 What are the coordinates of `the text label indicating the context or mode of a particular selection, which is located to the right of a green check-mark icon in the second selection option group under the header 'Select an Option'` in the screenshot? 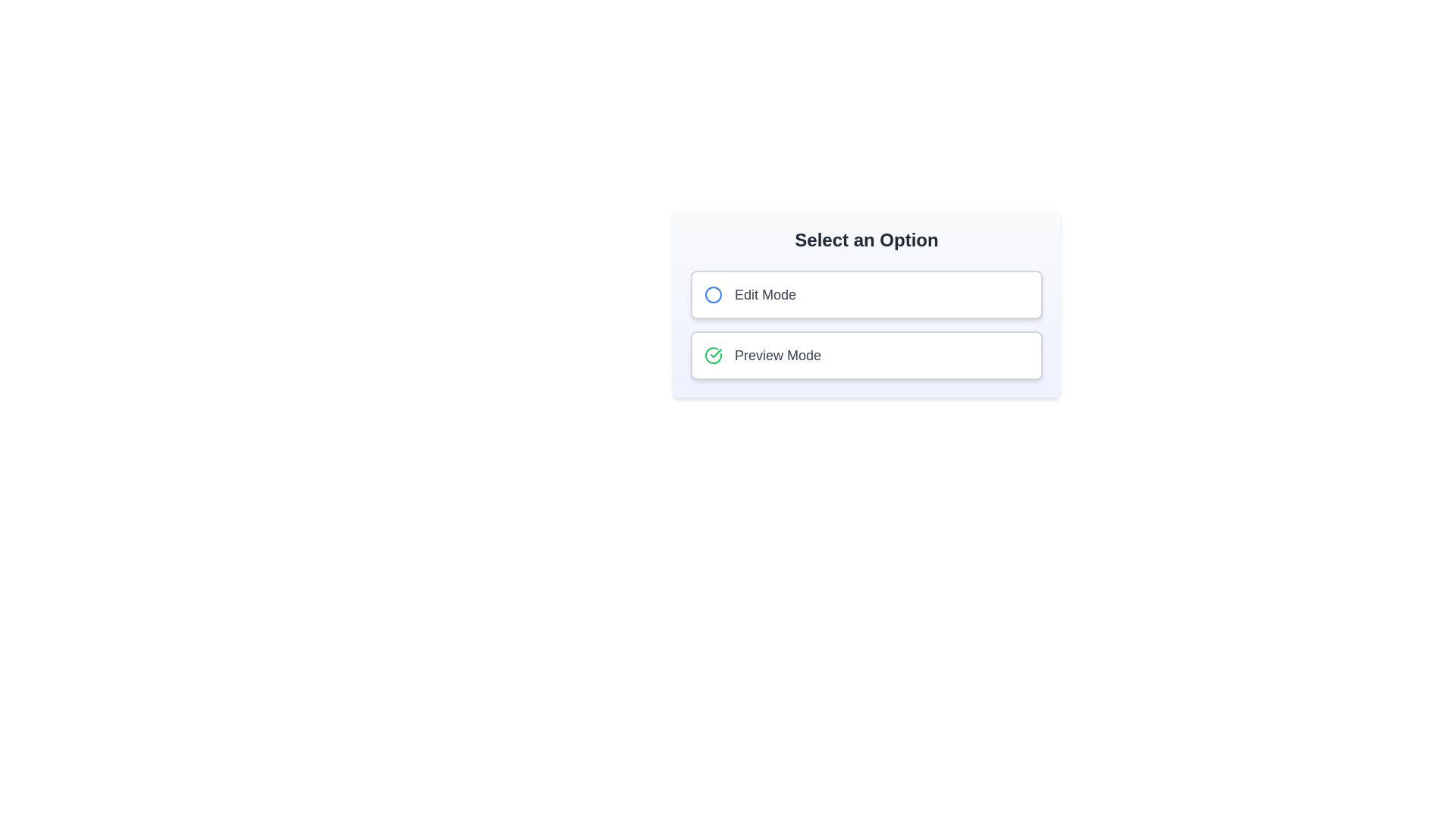 It's located at (778, 356).